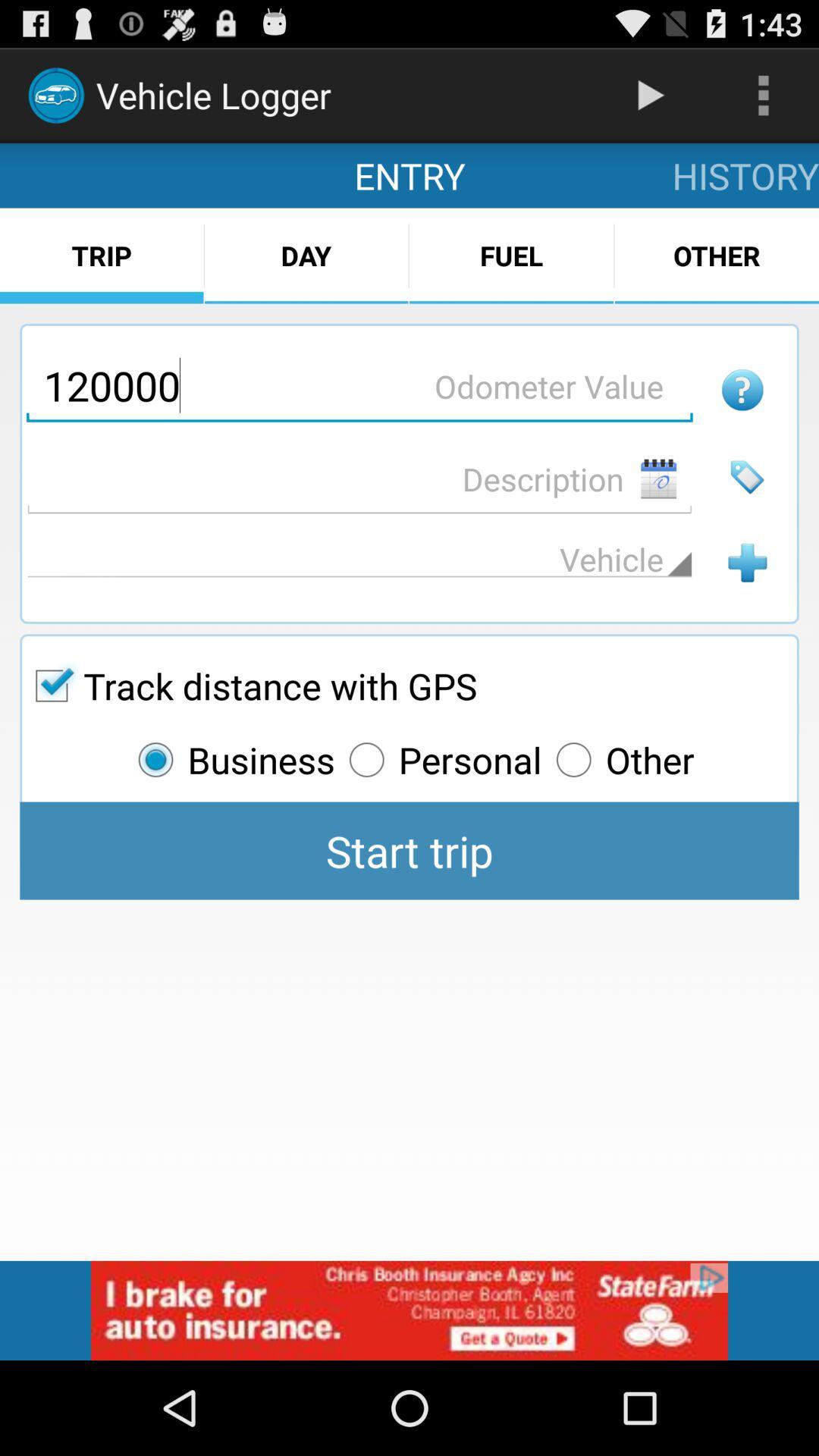  What do you see at coordinates (746, 510) in the screenshot?
I see `the label icon` at bounding box center [746, 510].